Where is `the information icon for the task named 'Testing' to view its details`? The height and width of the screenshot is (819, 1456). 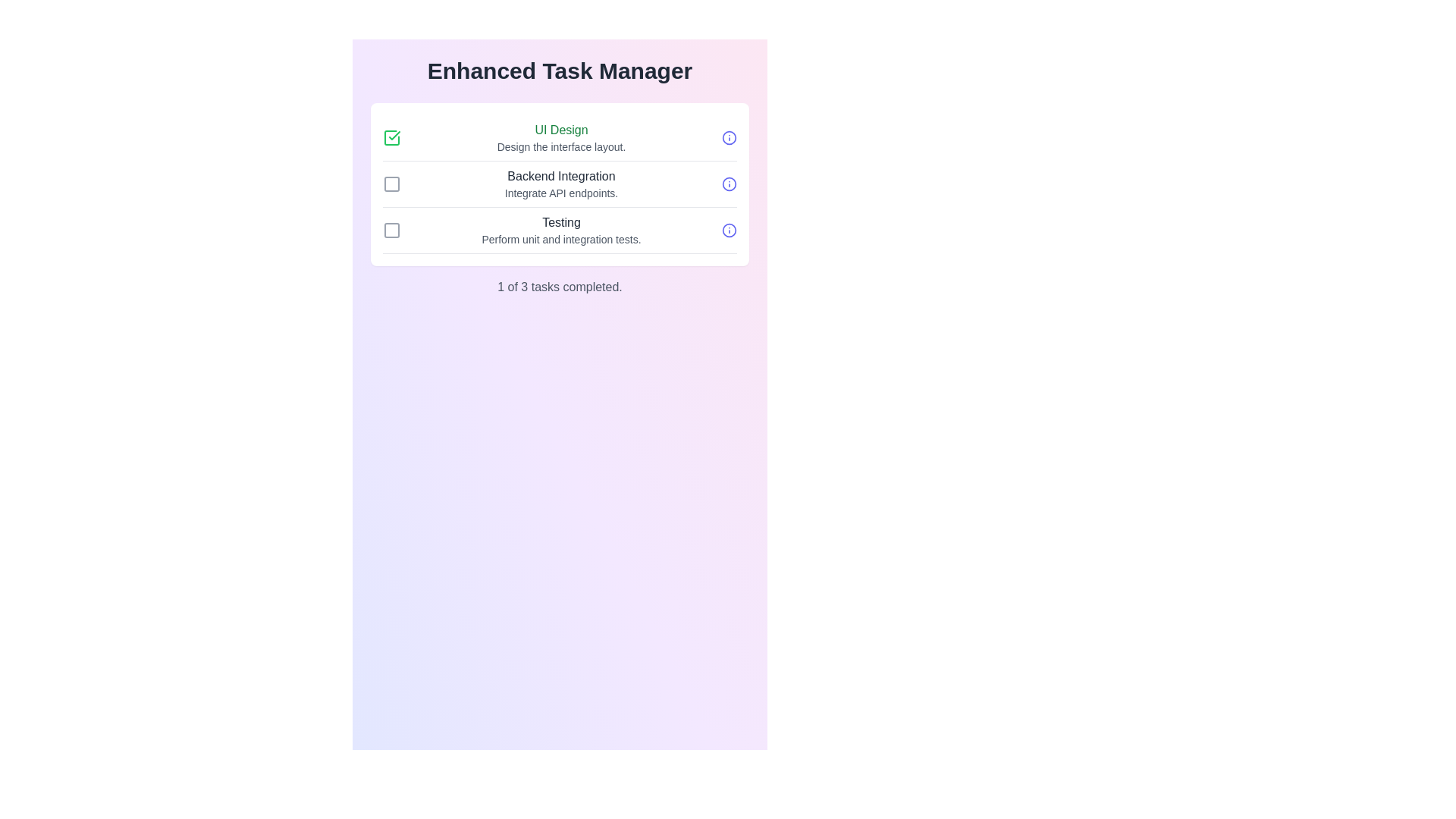 the information icon for the task named 'Testing' to view its details is located at coordinates (729, 231).